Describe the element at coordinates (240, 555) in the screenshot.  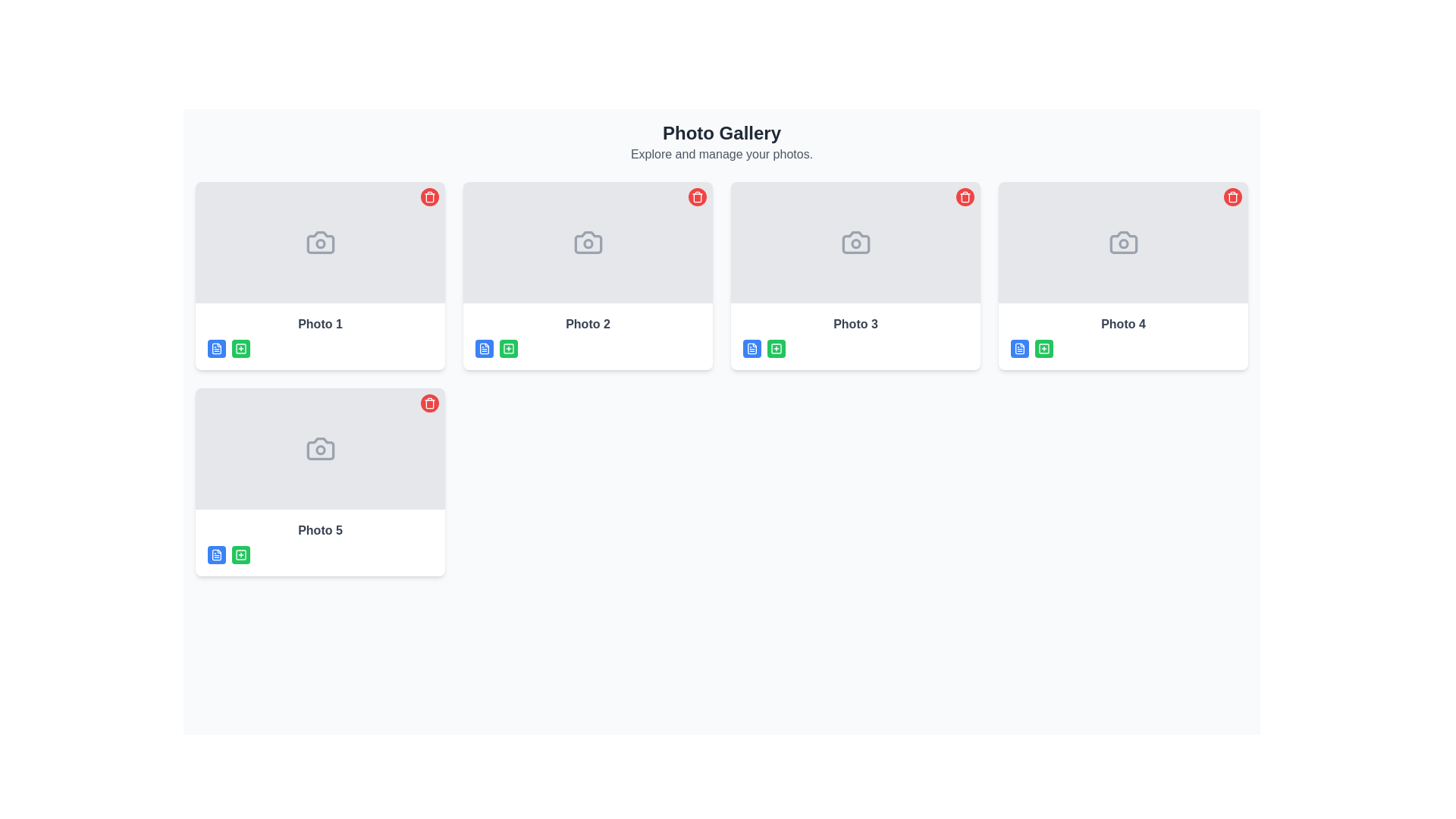
I see `the rectangular shape with rounded corners inside the square icon with a '+' symbol, which is centrally positioned within the 'Photo 5' card` at that location.